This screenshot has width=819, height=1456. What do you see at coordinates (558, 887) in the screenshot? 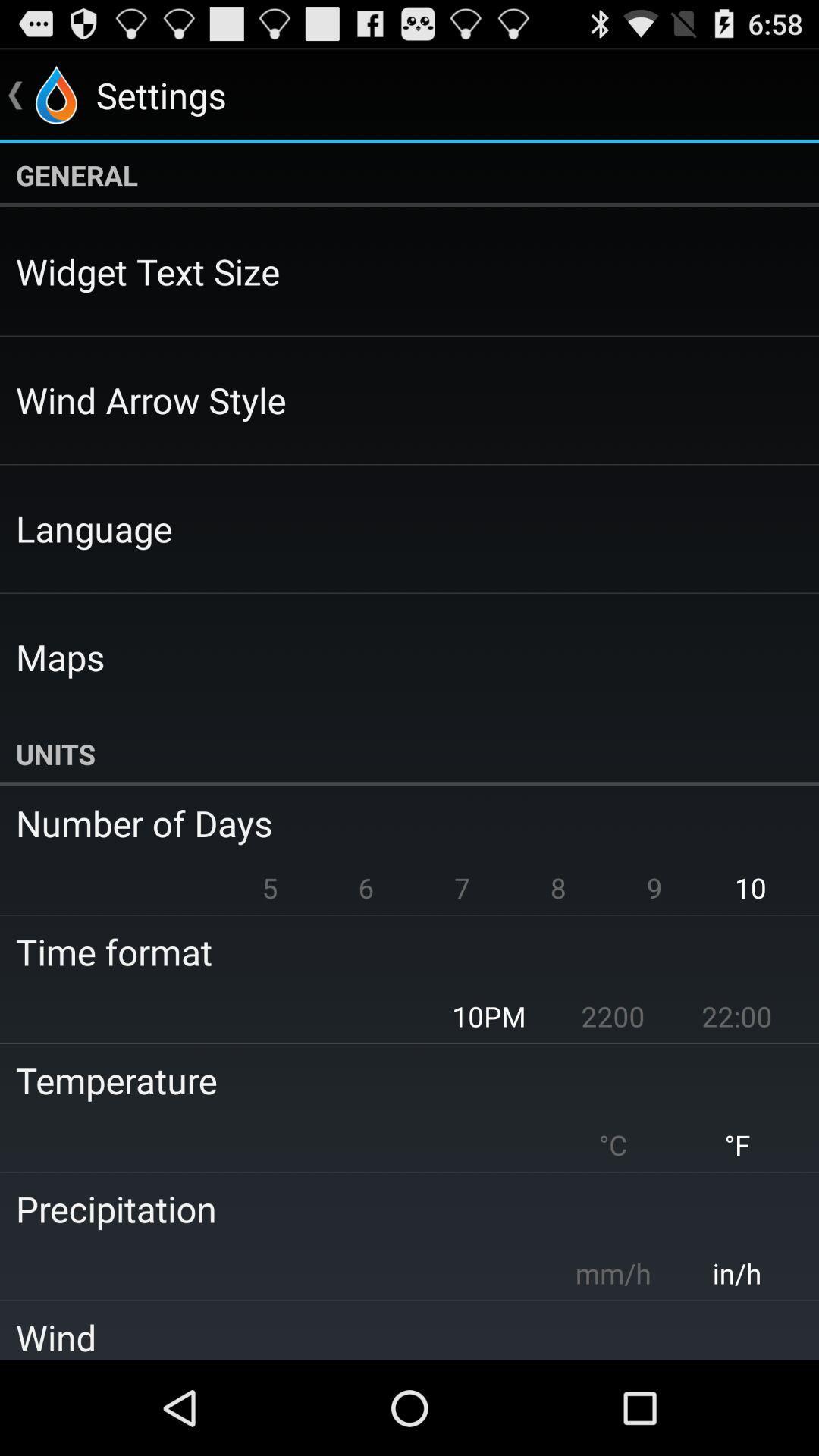
I see `item to the left of 9 item` at bounding box center [558, 887].